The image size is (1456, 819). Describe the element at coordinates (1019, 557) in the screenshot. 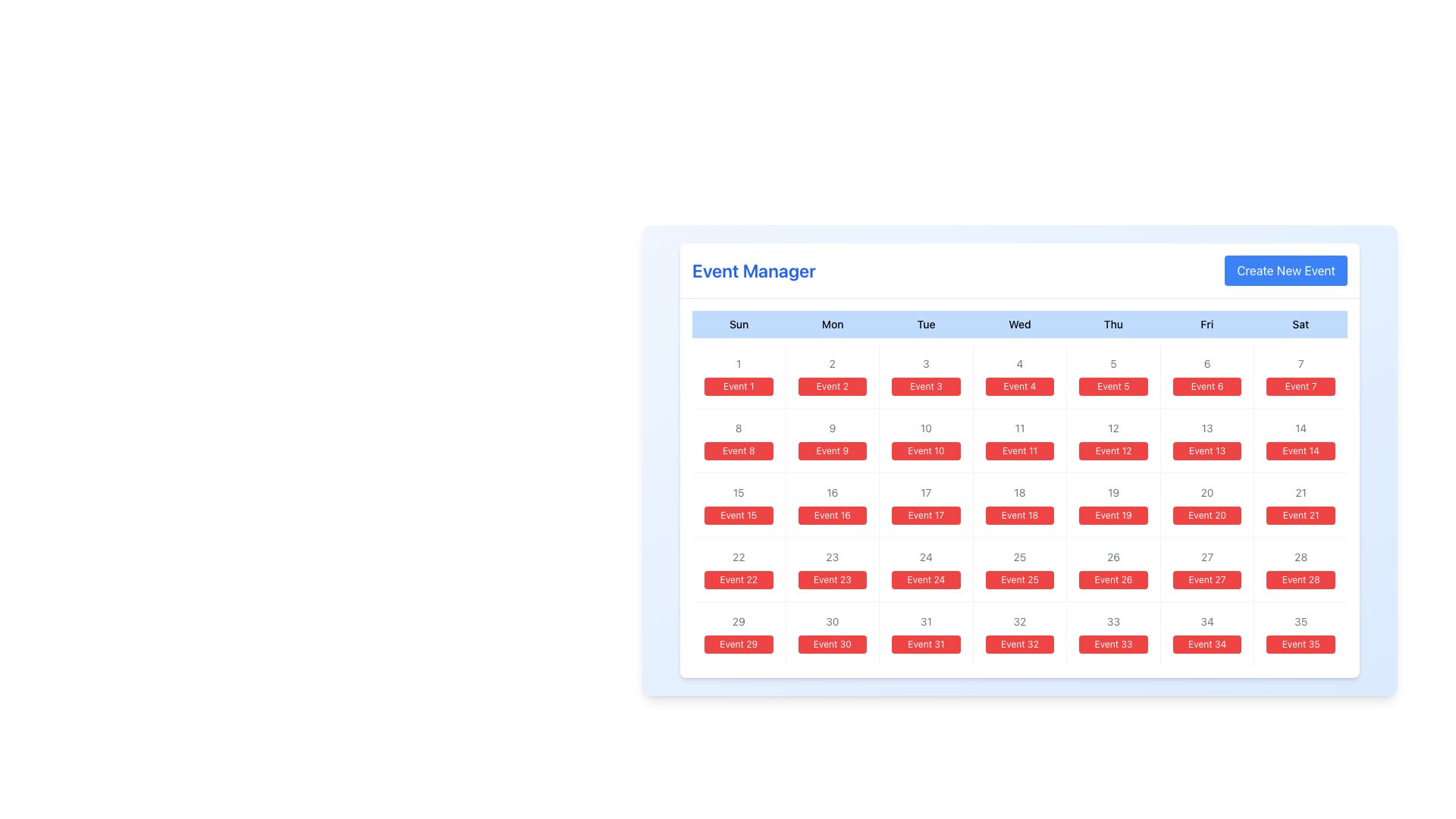

I see `the static text label indicating the day number '25' in the calendar, positioned in the fifth row and fourth column of the grid` at that location.